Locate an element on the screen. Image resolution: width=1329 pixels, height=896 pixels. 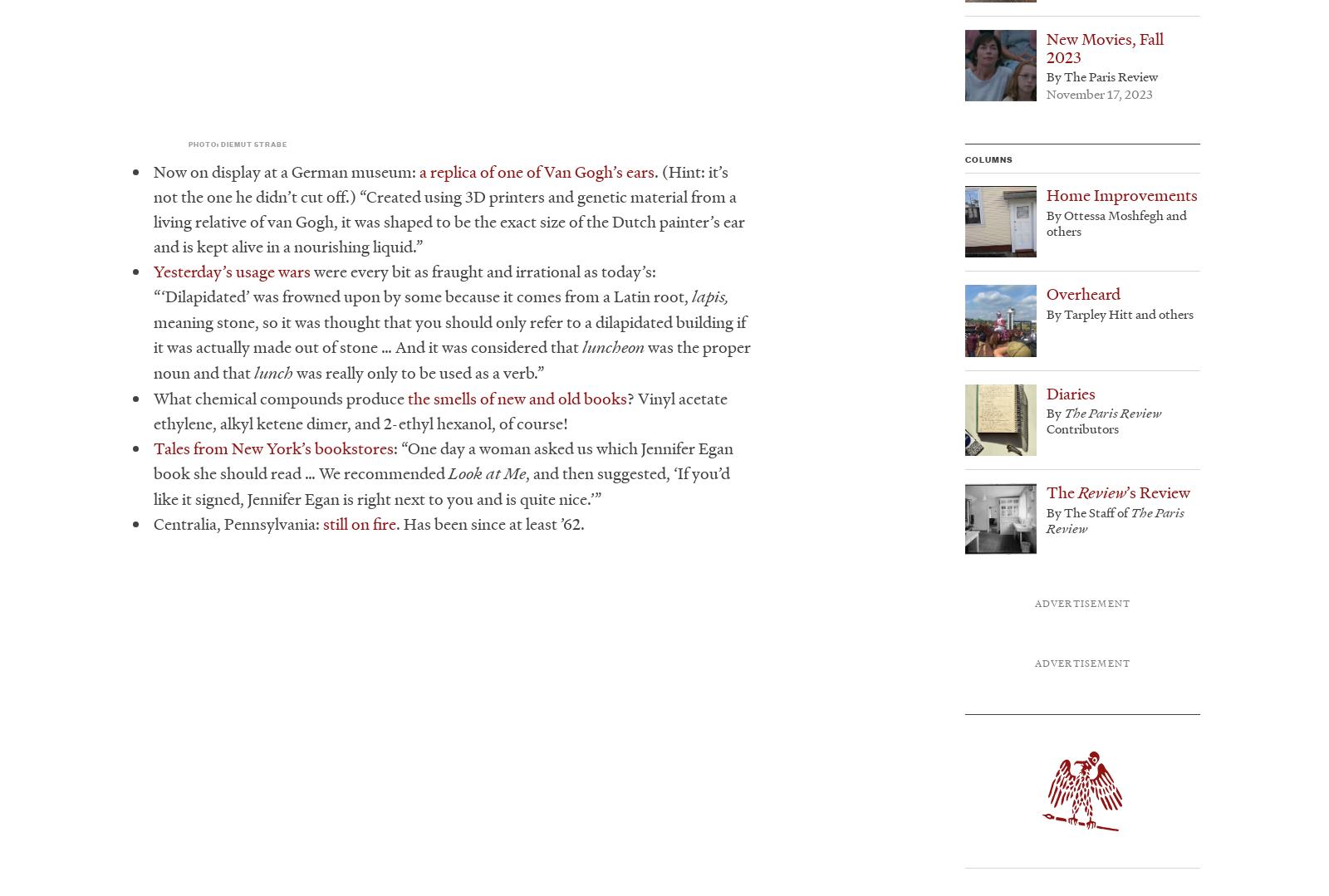
'was the proper noun and that' is located at coordinates (451, 360).